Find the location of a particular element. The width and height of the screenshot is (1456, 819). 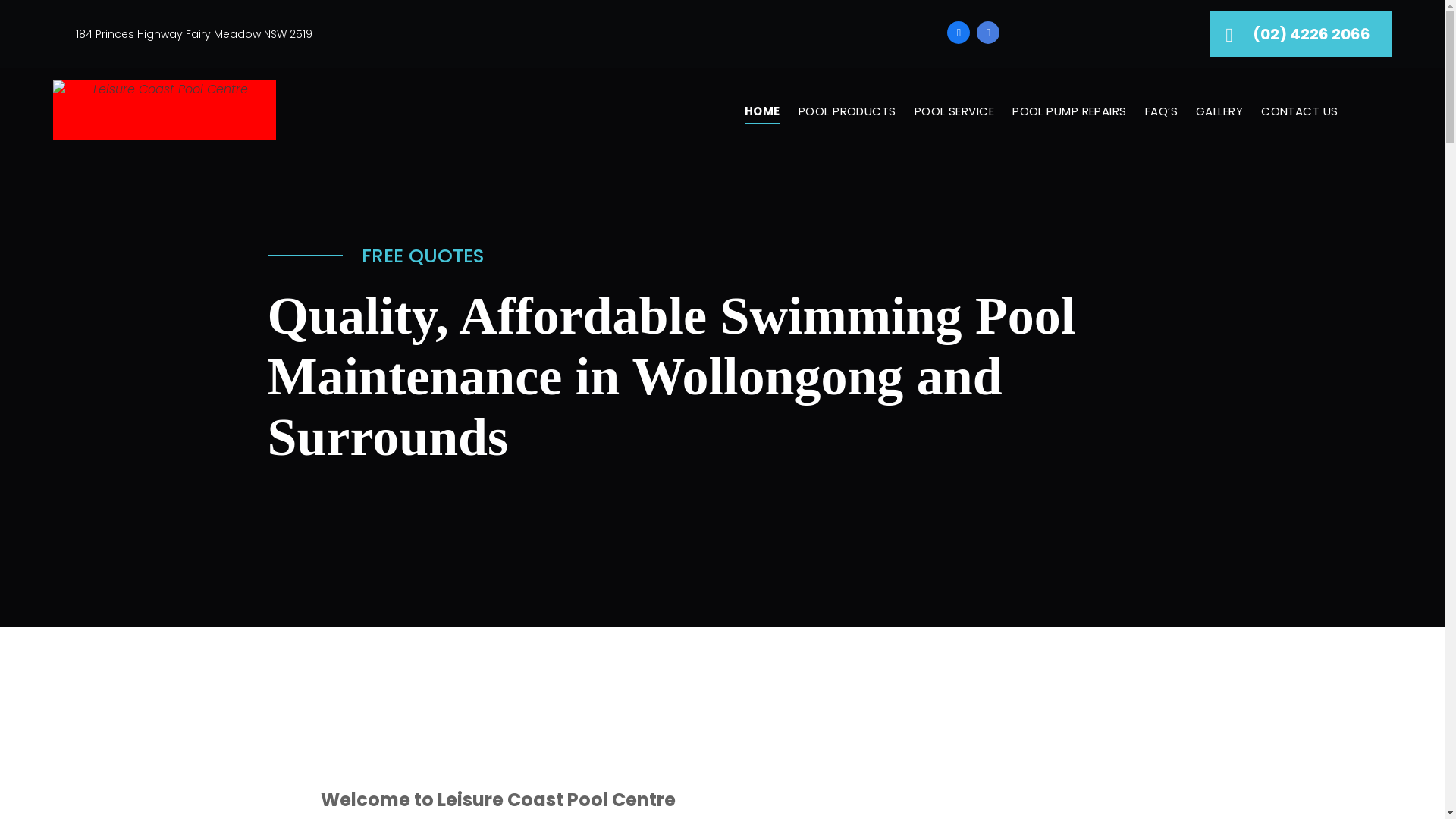

'POOL PRODUCTS' is located at coordinates (846, 111).